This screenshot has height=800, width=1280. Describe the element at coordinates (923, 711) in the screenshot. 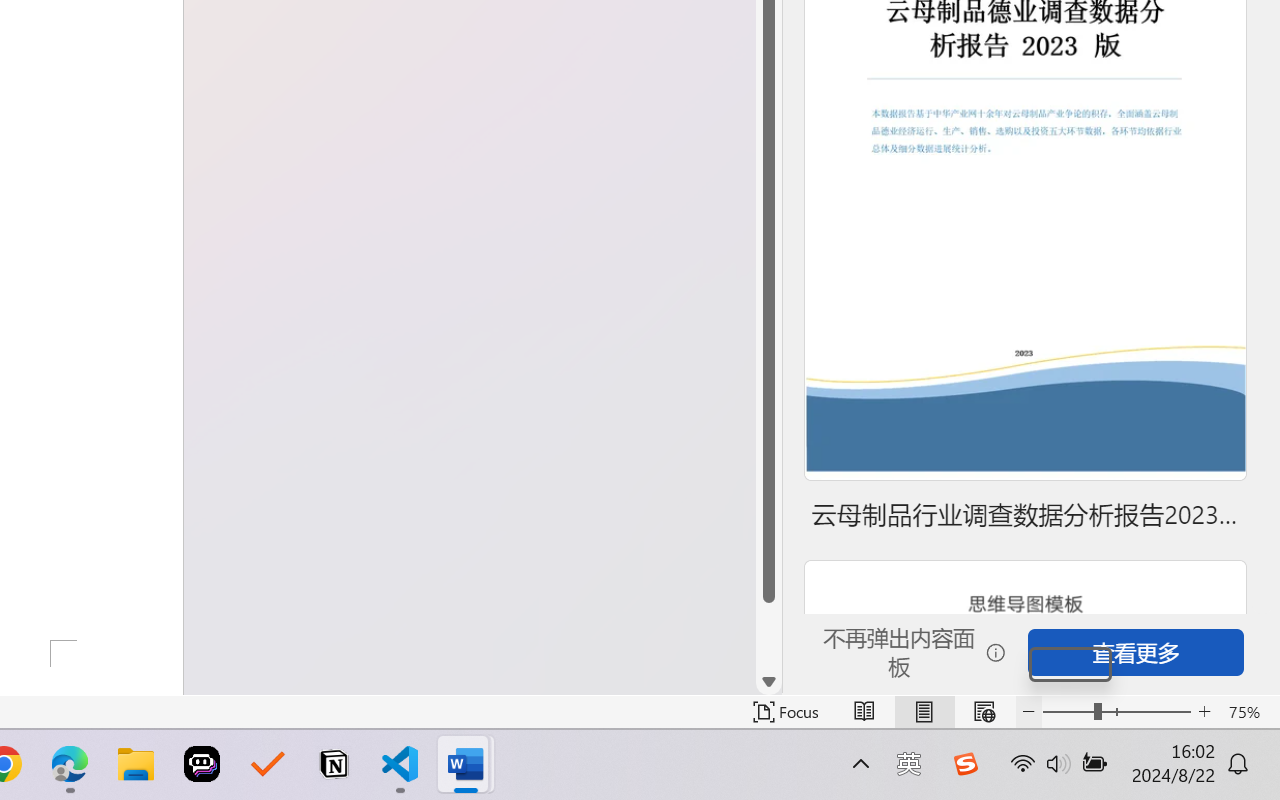

I see `'Print Layout'` at that location.